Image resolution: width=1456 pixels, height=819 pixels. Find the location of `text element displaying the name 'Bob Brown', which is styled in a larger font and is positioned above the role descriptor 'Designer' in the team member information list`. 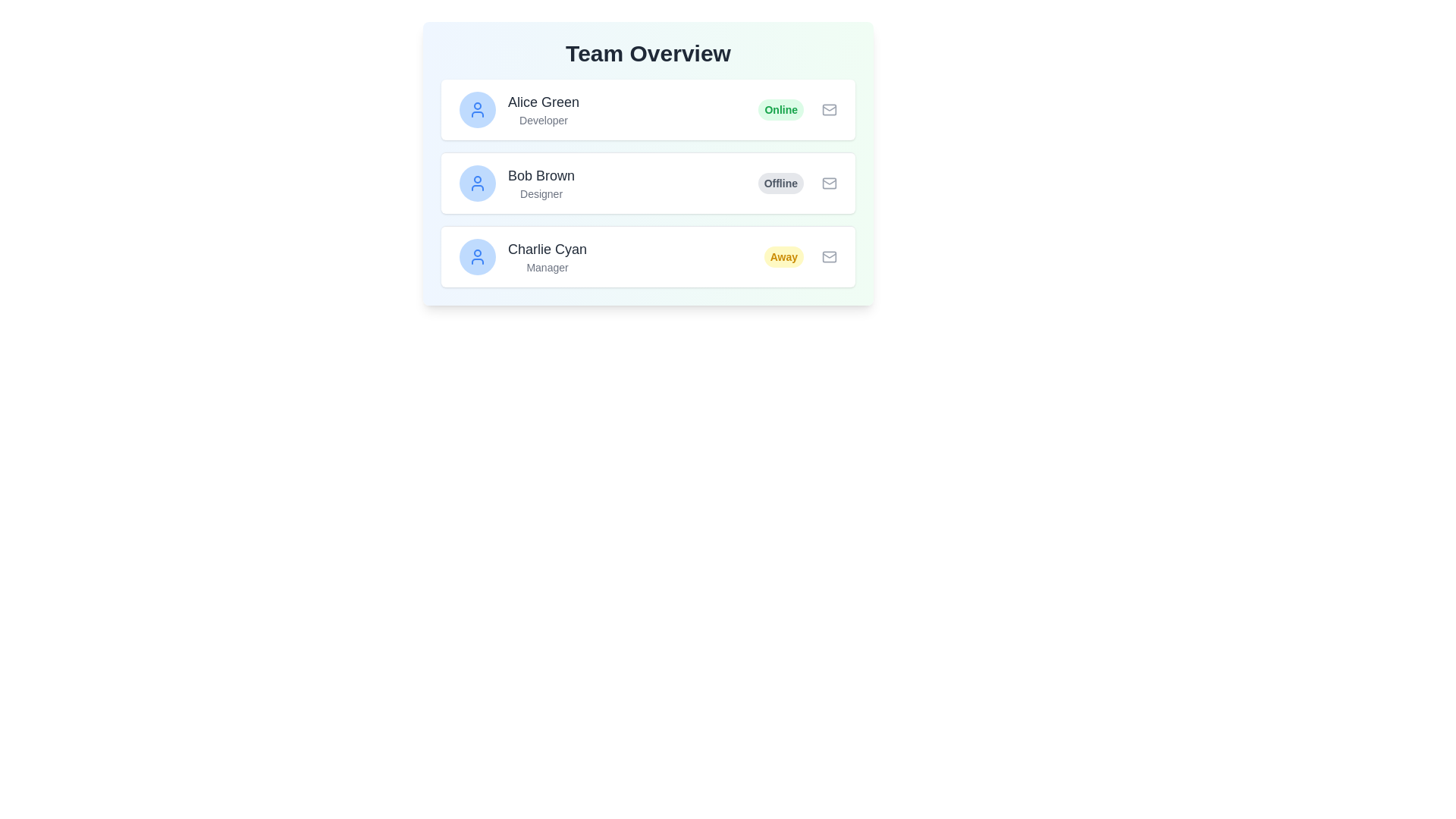

text element displaying the name 'Bob Brown', which is styled in a larger font and is positioned above the role descriptor 'Designer' in the team member information list is located at coordinates (541, 174).